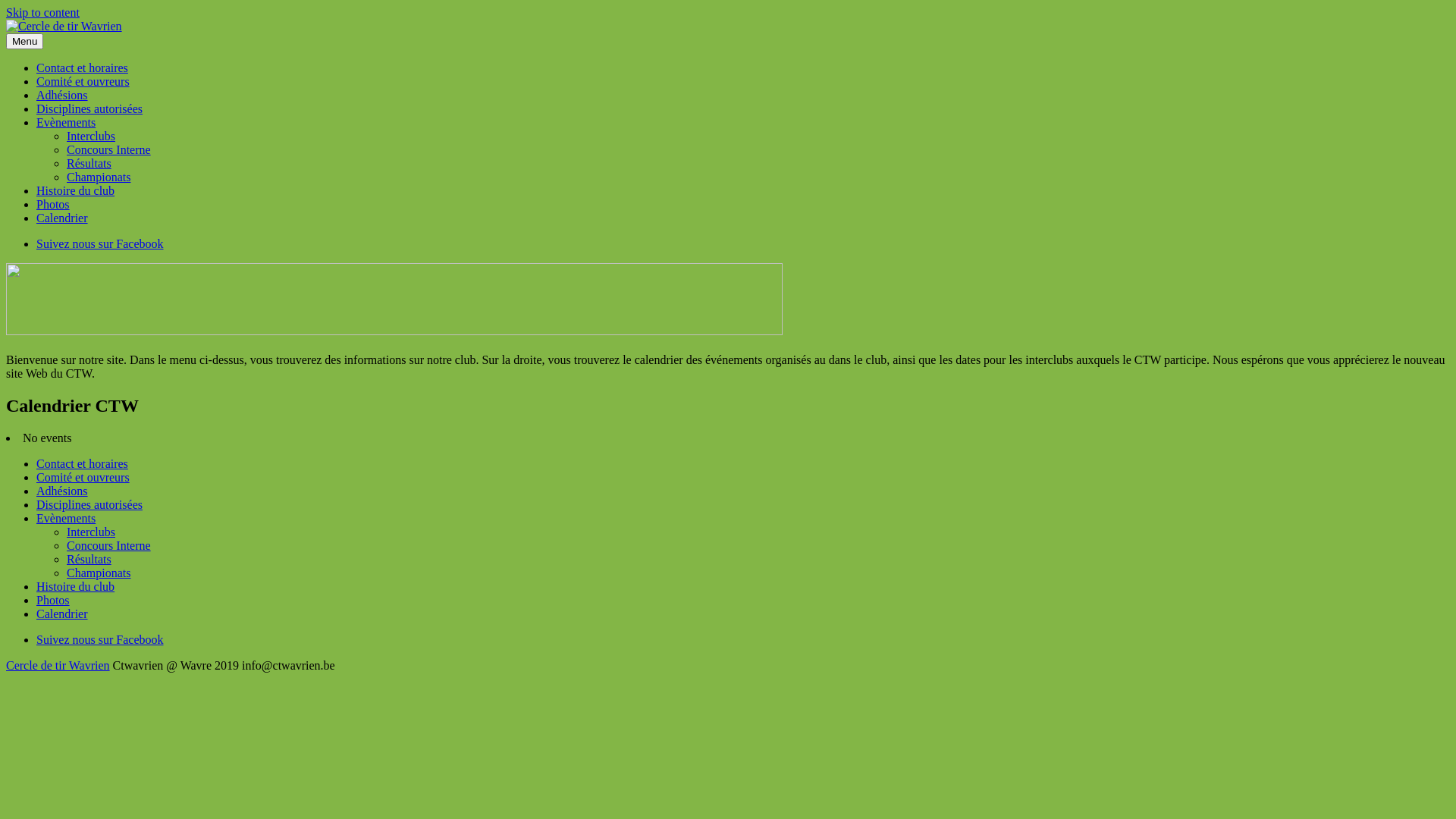  I want to click on 'Contact et horaires', so click(36, 463).